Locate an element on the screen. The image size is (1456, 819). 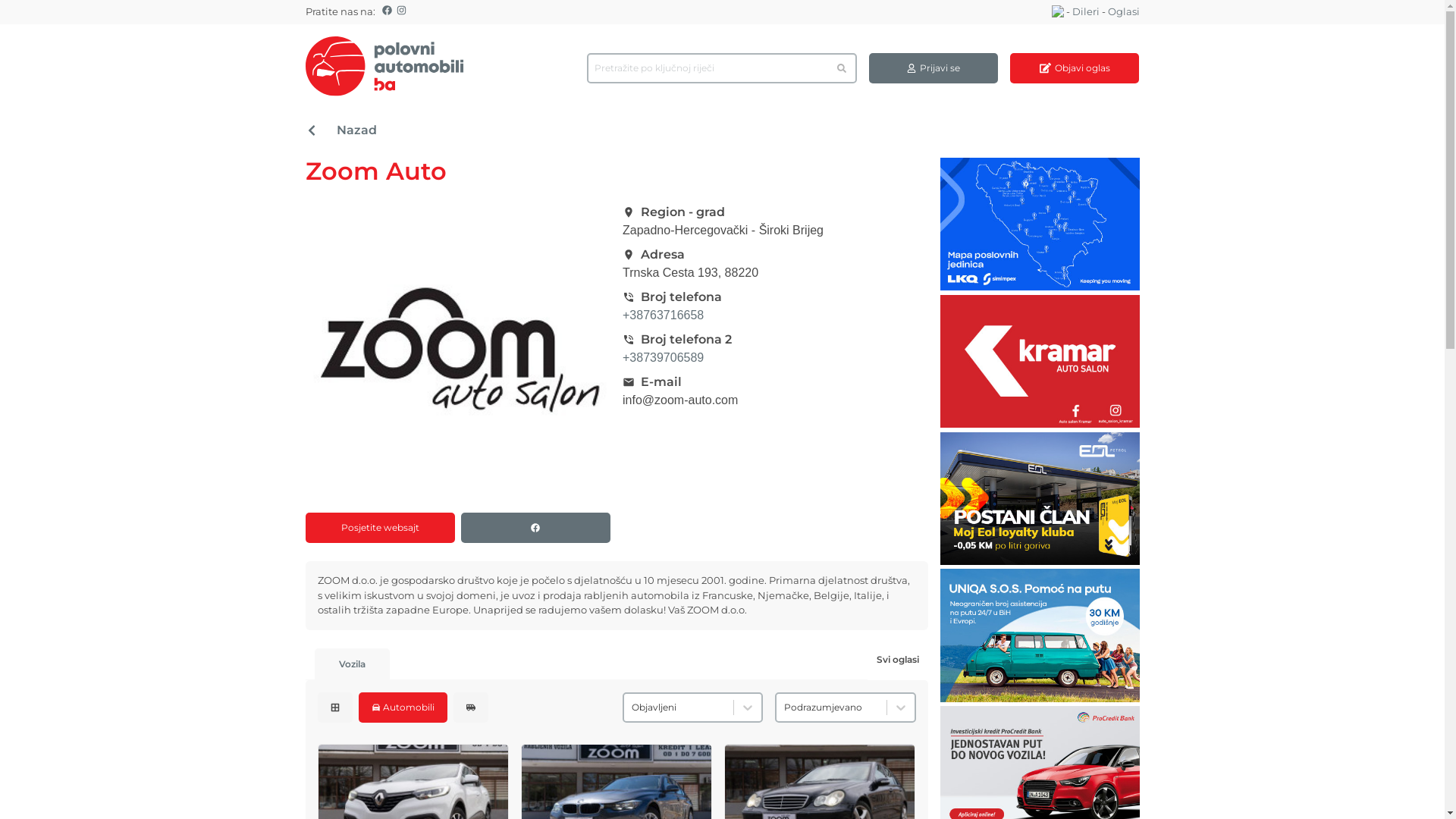
'+38739706589' is located at coordinates (663, 357).